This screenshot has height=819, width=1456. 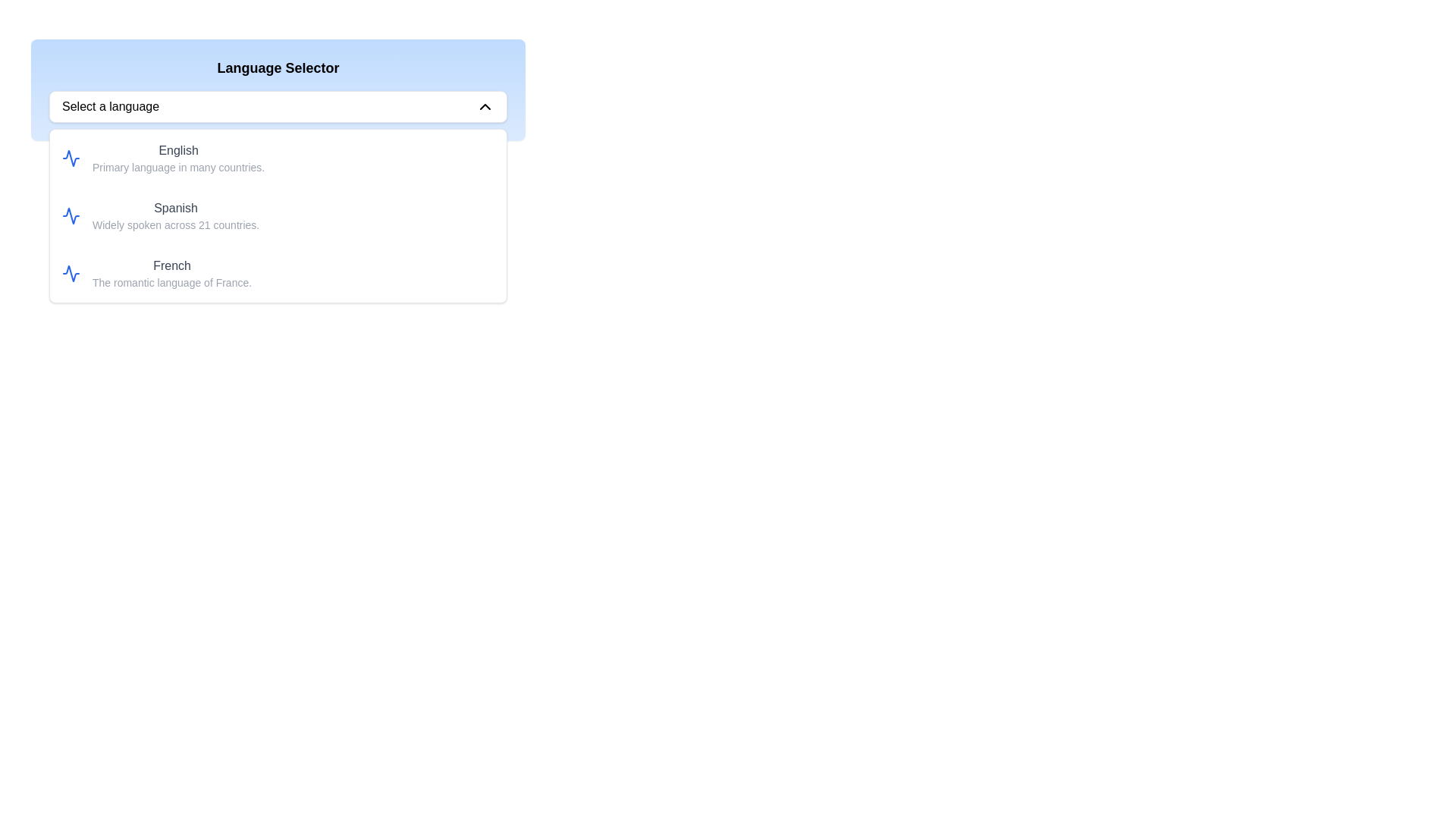 I want to click on the selectable list item for the Spanish language in the 'Language Selector' dropdown menu, so click(x=176, y=216).